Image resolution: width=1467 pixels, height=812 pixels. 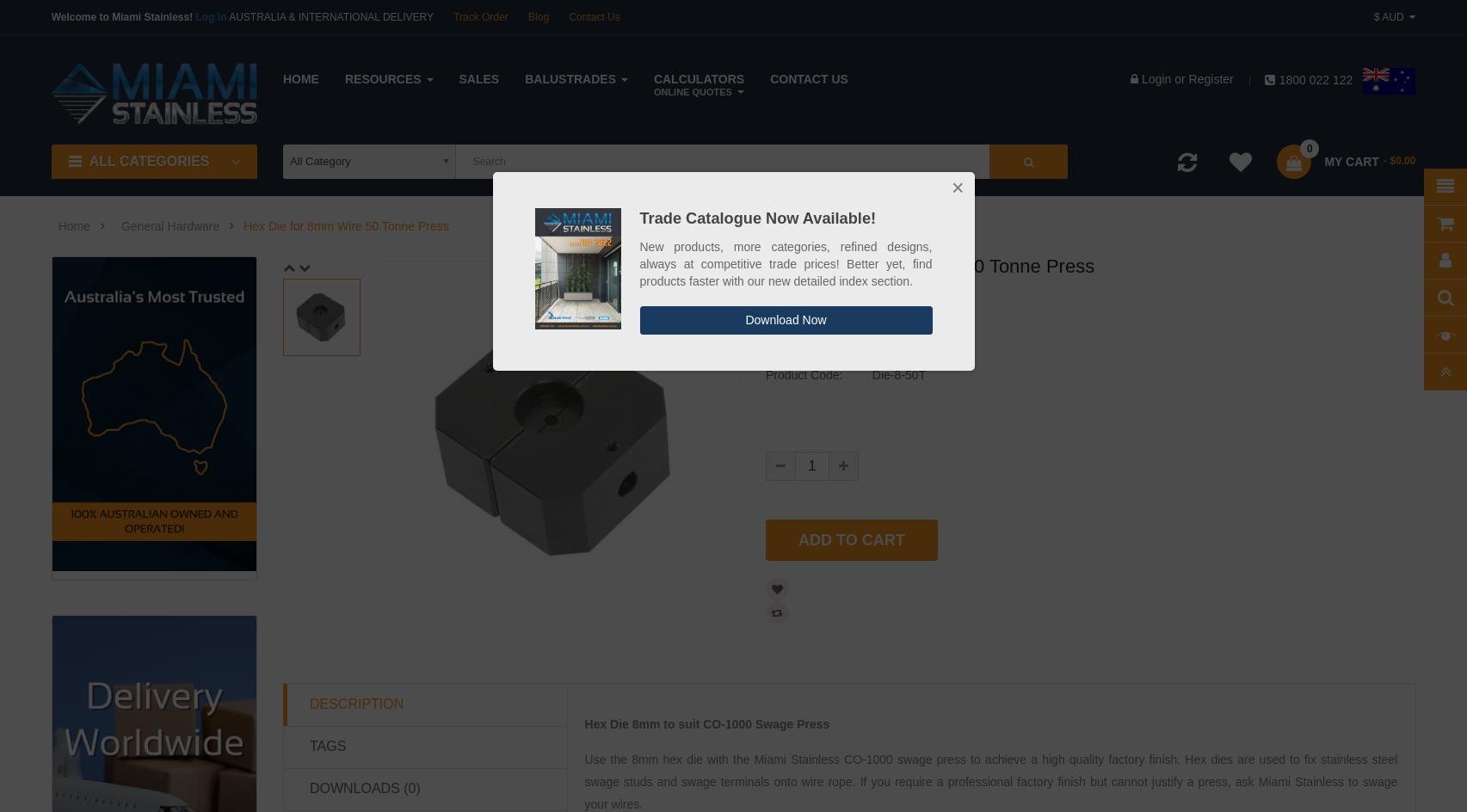 What do you see at coordinates (1385, 186) in the screenshot?
I see `'Categories'` at bounding box center [1385, 186].